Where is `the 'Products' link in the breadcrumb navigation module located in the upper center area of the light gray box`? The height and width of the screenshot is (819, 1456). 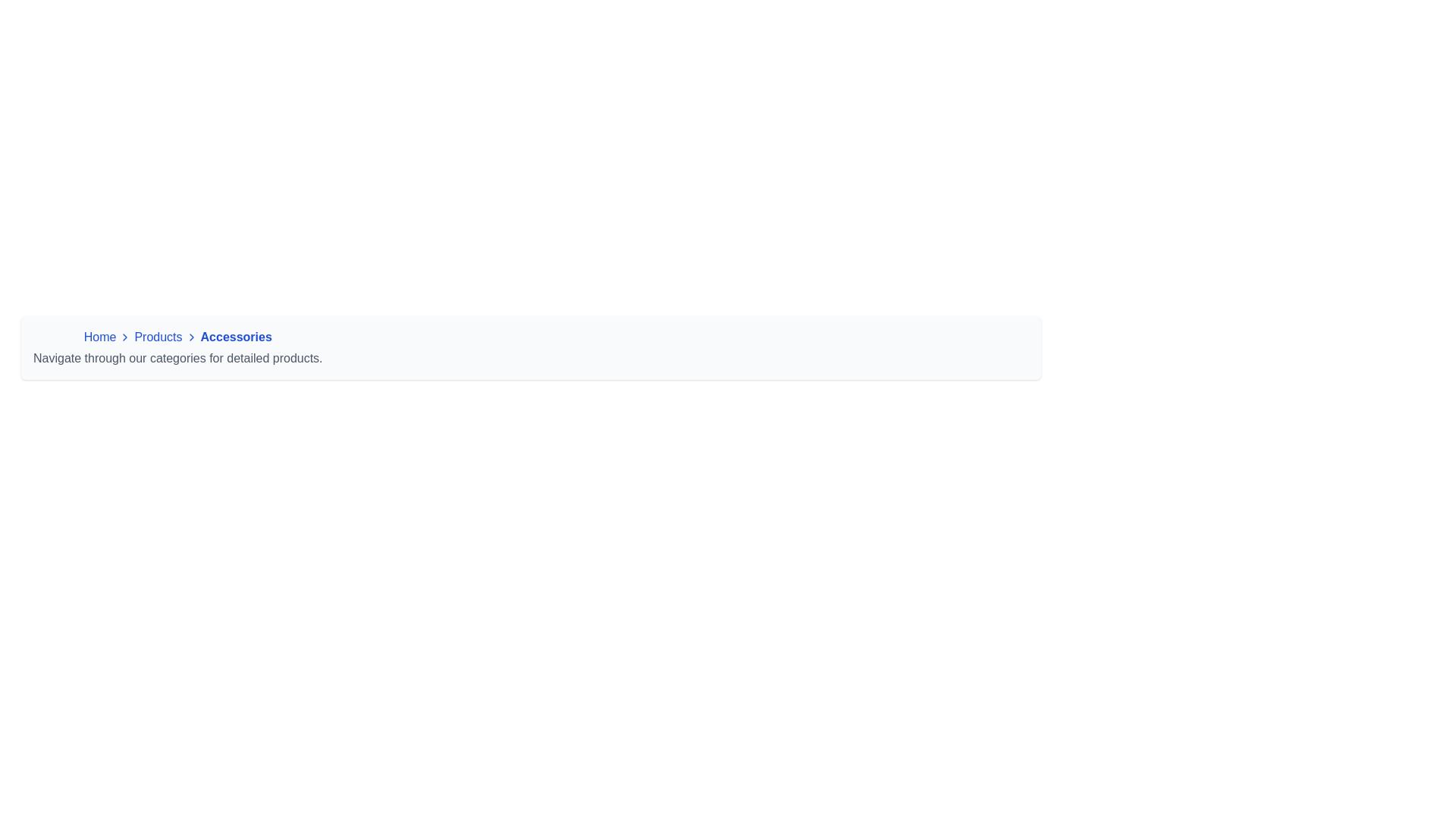
the 'Products' link in the breadcrumb navigation module located in the upper center area of the light gray box is located at coordinates (177, 348).